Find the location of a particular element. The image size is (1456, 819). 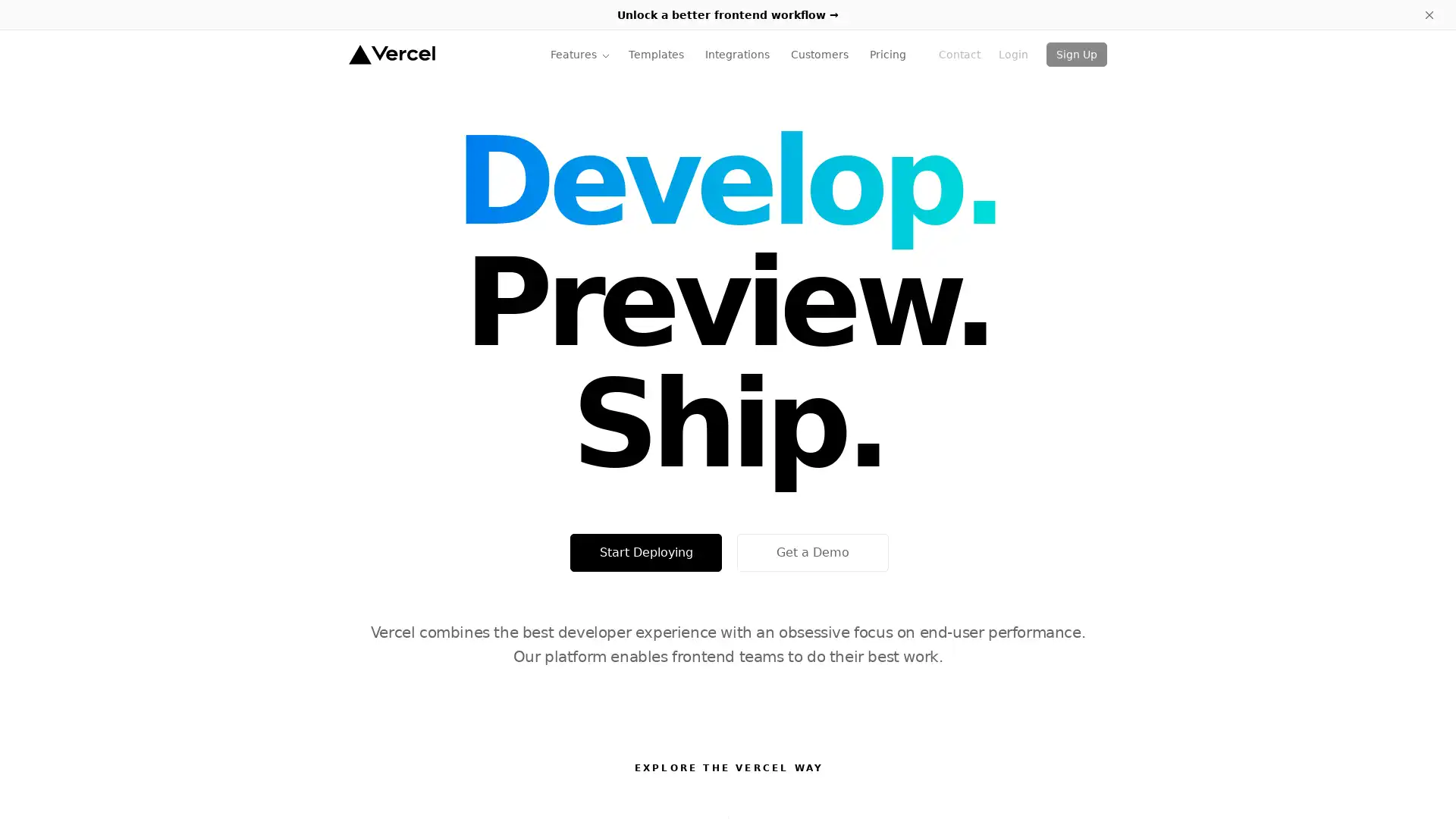

Features is located at coordinates (579, 54).